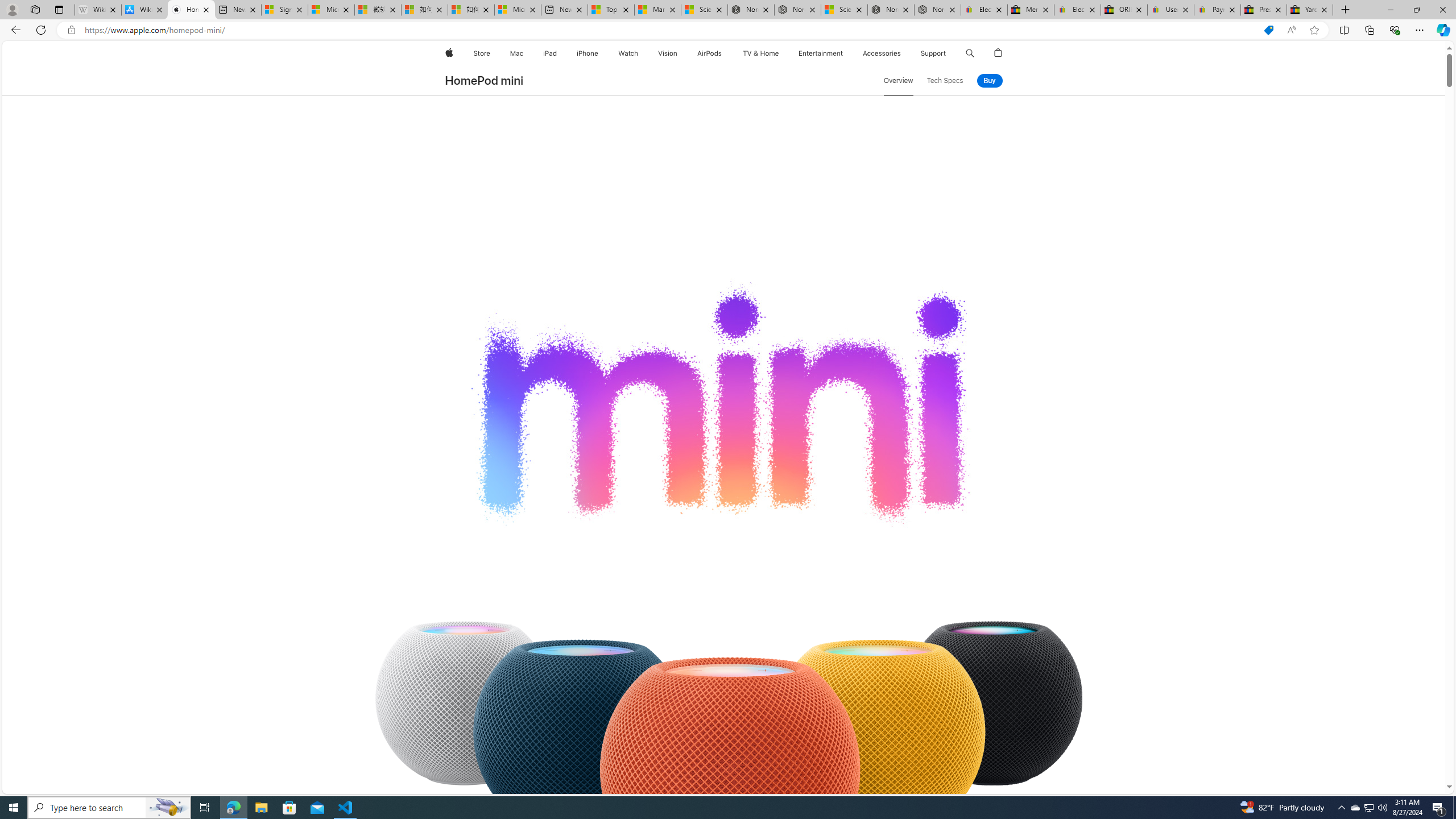  What do you see at coordinates (640, 53) in the screenshot?
I see `'Watch menu'` at bounding box center [640, 53].